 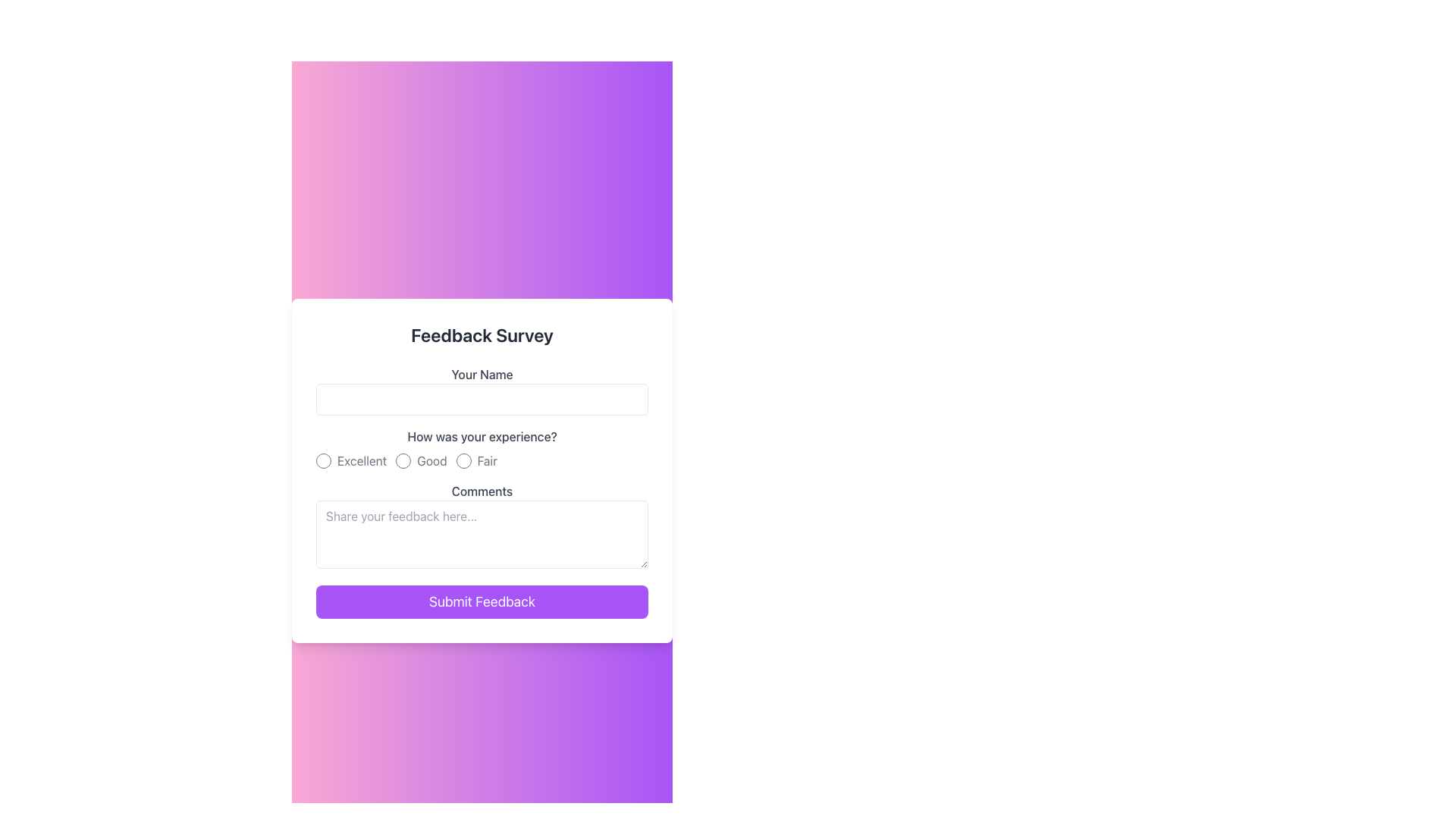 I want to click on the radio button, so click(x=350, y=460).